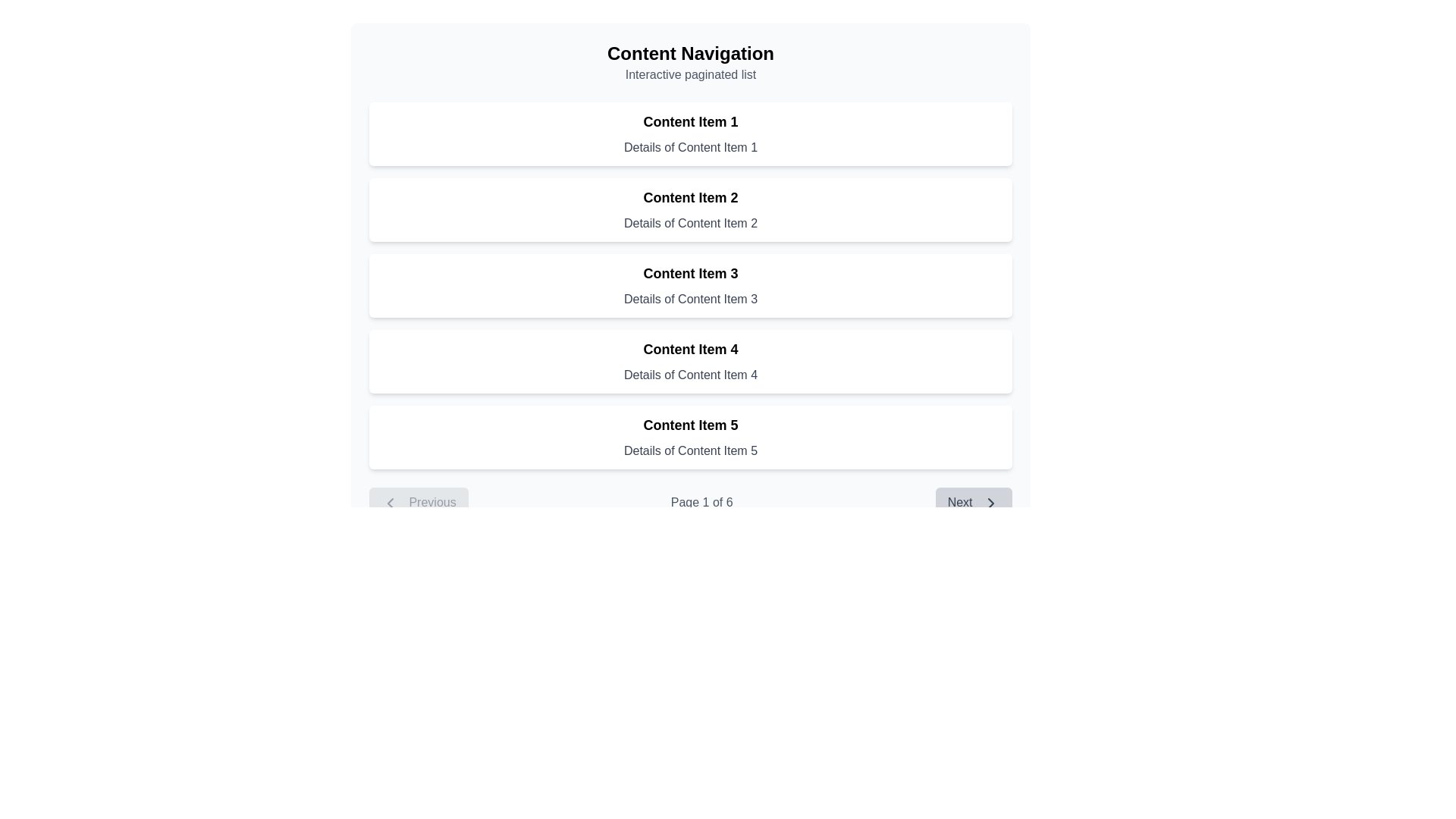  I want to click on the first informational card box at the top of the list, so click(690, 133).